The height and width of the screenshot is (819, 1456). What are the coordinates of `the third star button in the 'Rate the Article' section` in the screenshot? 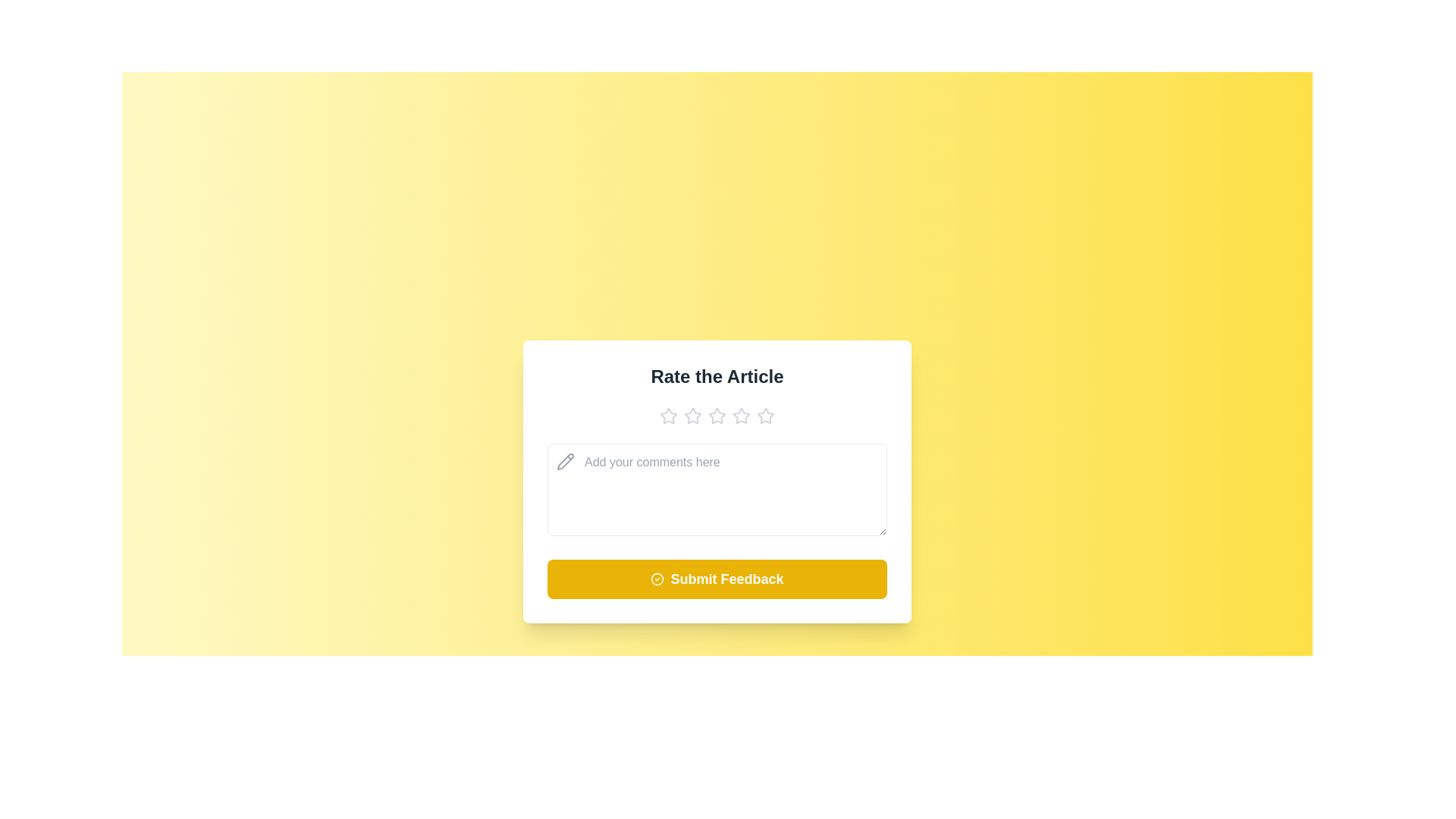 It's located at (716, 415).